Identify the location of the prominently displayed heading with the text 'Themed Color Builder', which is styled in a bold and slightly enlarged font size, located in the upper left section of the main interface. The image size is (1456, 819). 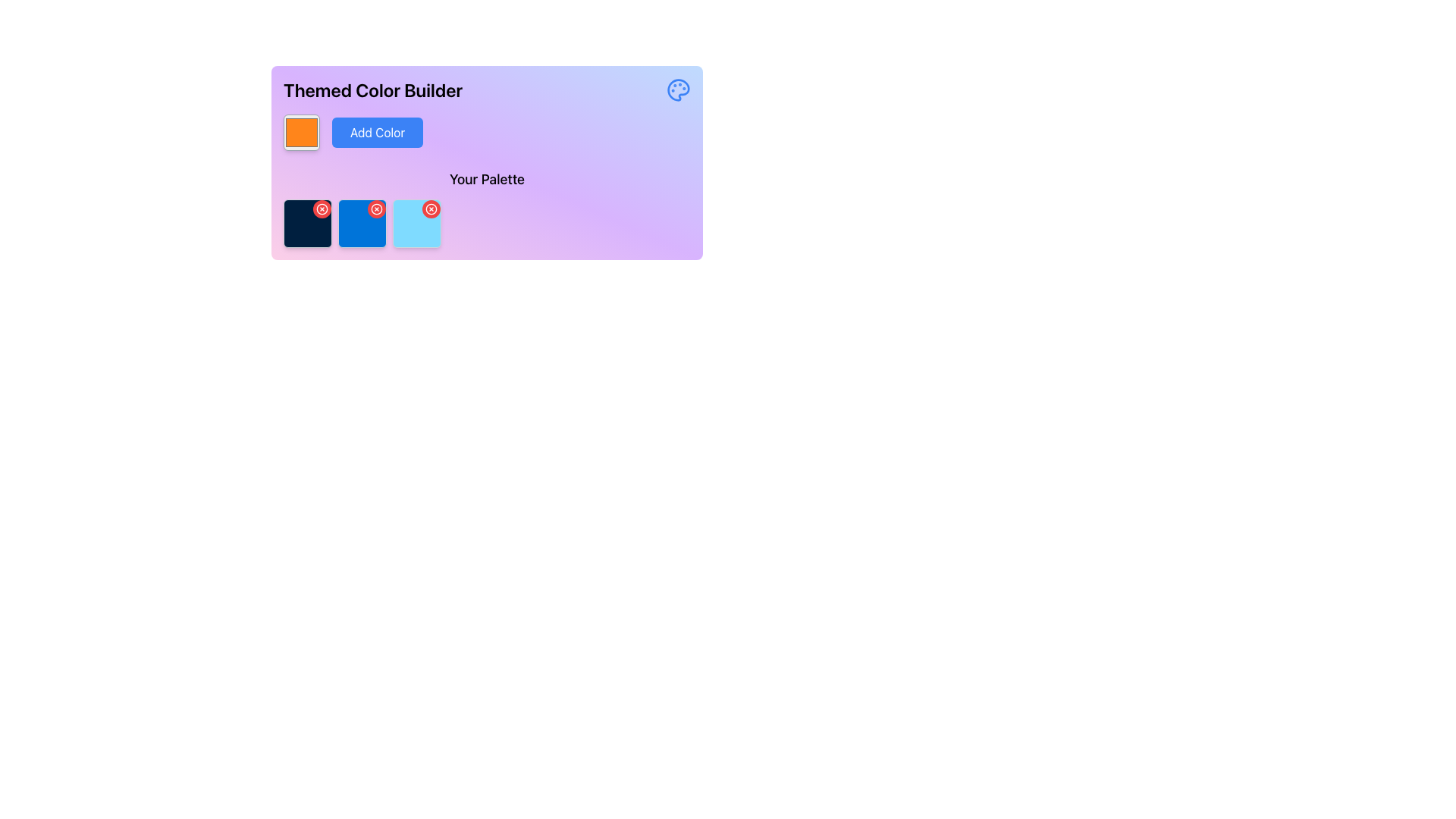
(373, 90).